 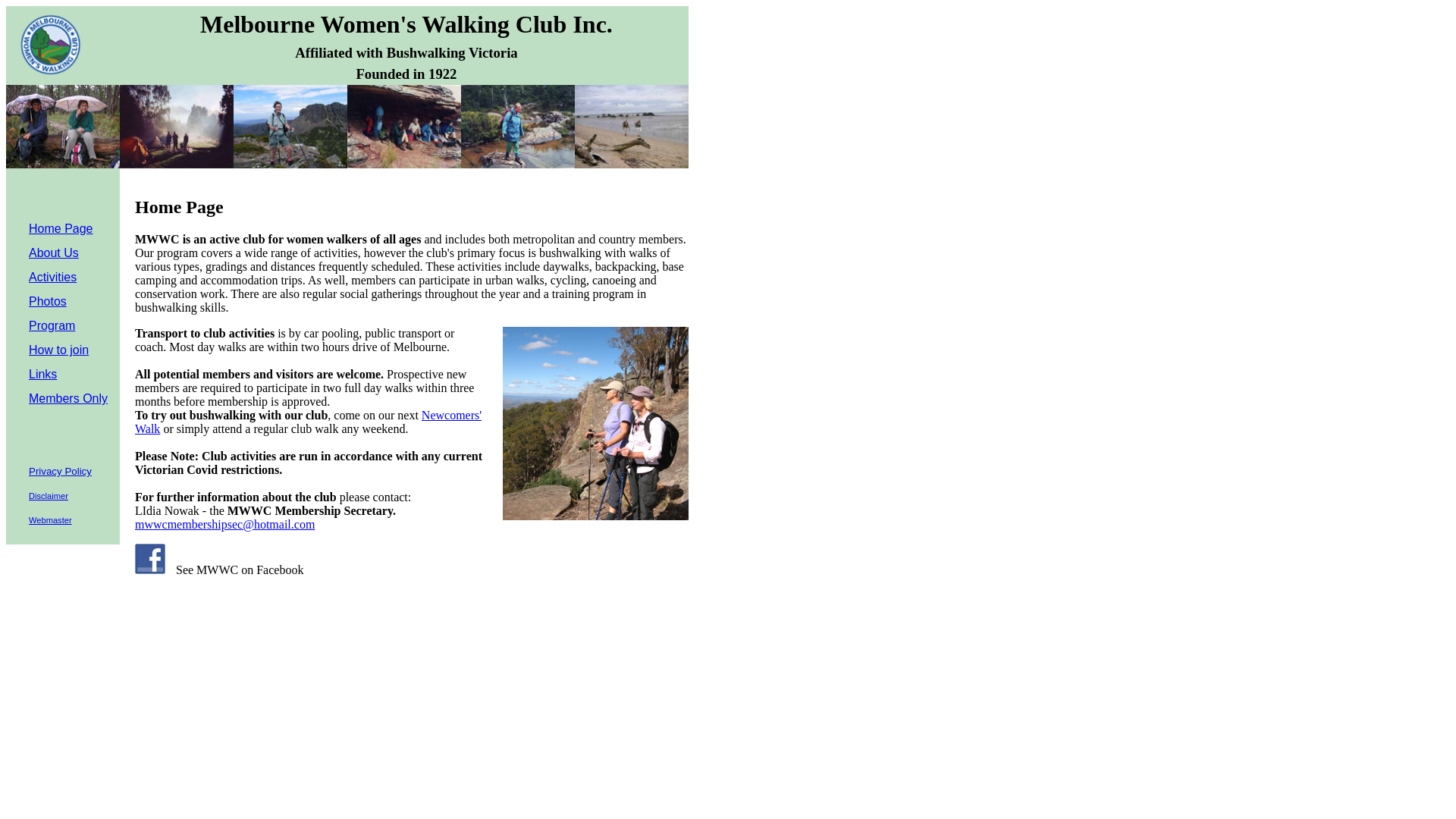 I want to click on 'Links', so click(x=42, y=374).